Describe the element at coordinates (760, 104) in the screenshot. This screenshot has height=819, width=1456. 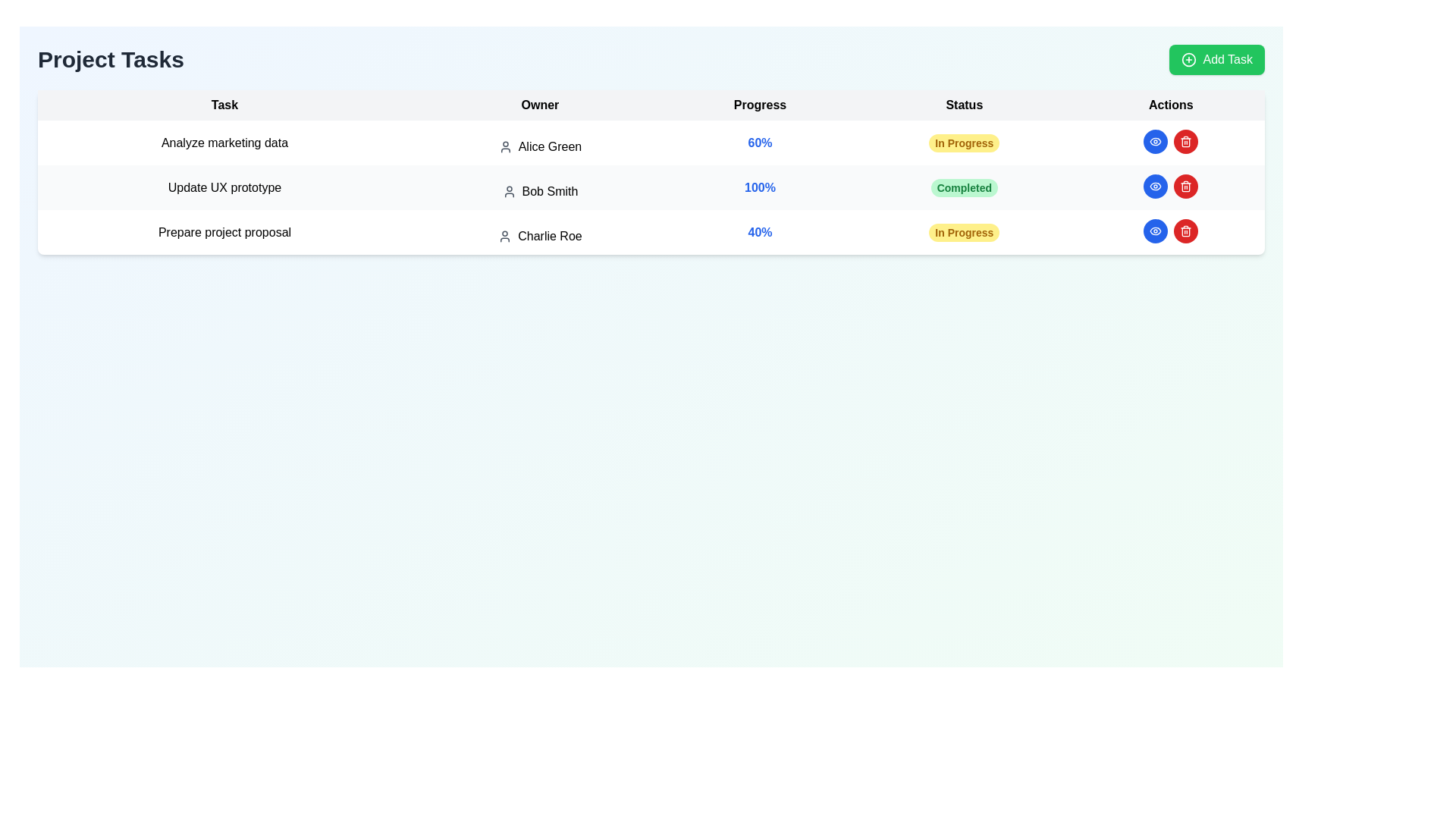
I see `the text label displaying 'Progress' in bold black font, which is the third column header in a table, located between the 'Owner' and 'Status' headers` at that location.